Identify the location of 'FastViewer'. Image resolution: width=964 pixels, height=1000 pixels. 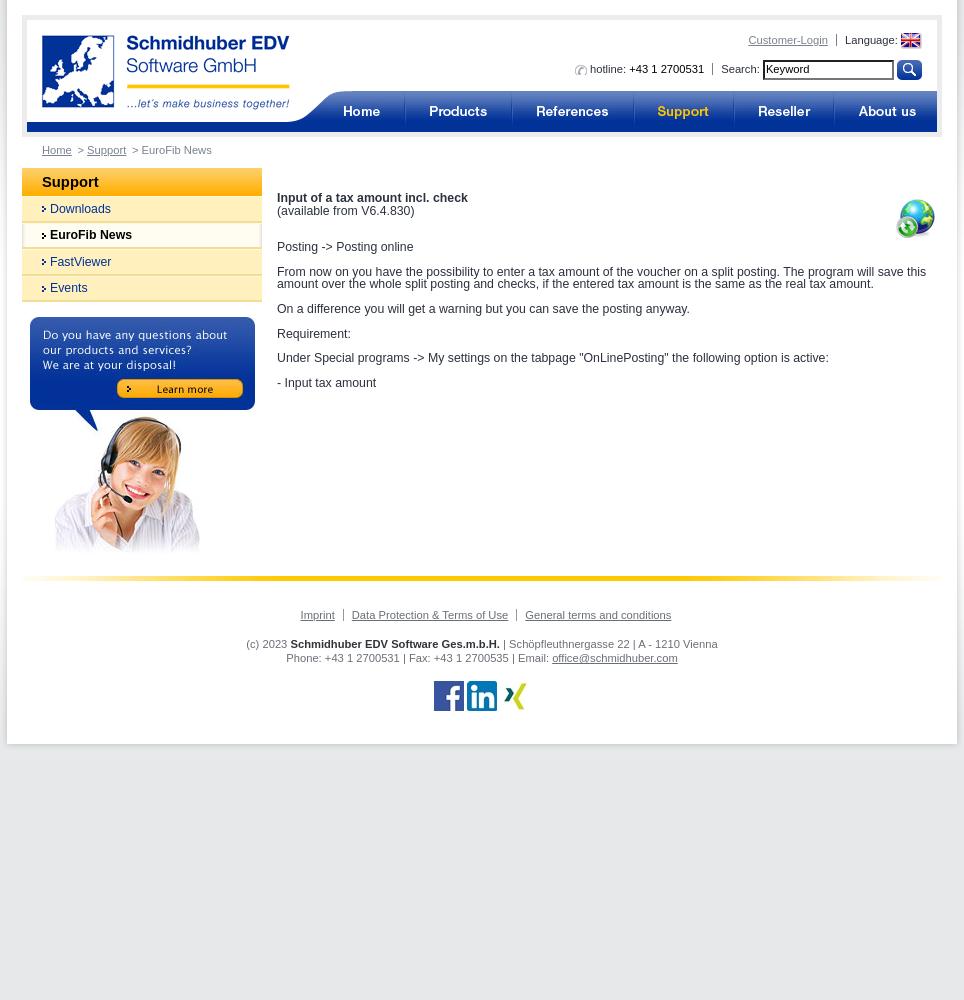
(80, 261).